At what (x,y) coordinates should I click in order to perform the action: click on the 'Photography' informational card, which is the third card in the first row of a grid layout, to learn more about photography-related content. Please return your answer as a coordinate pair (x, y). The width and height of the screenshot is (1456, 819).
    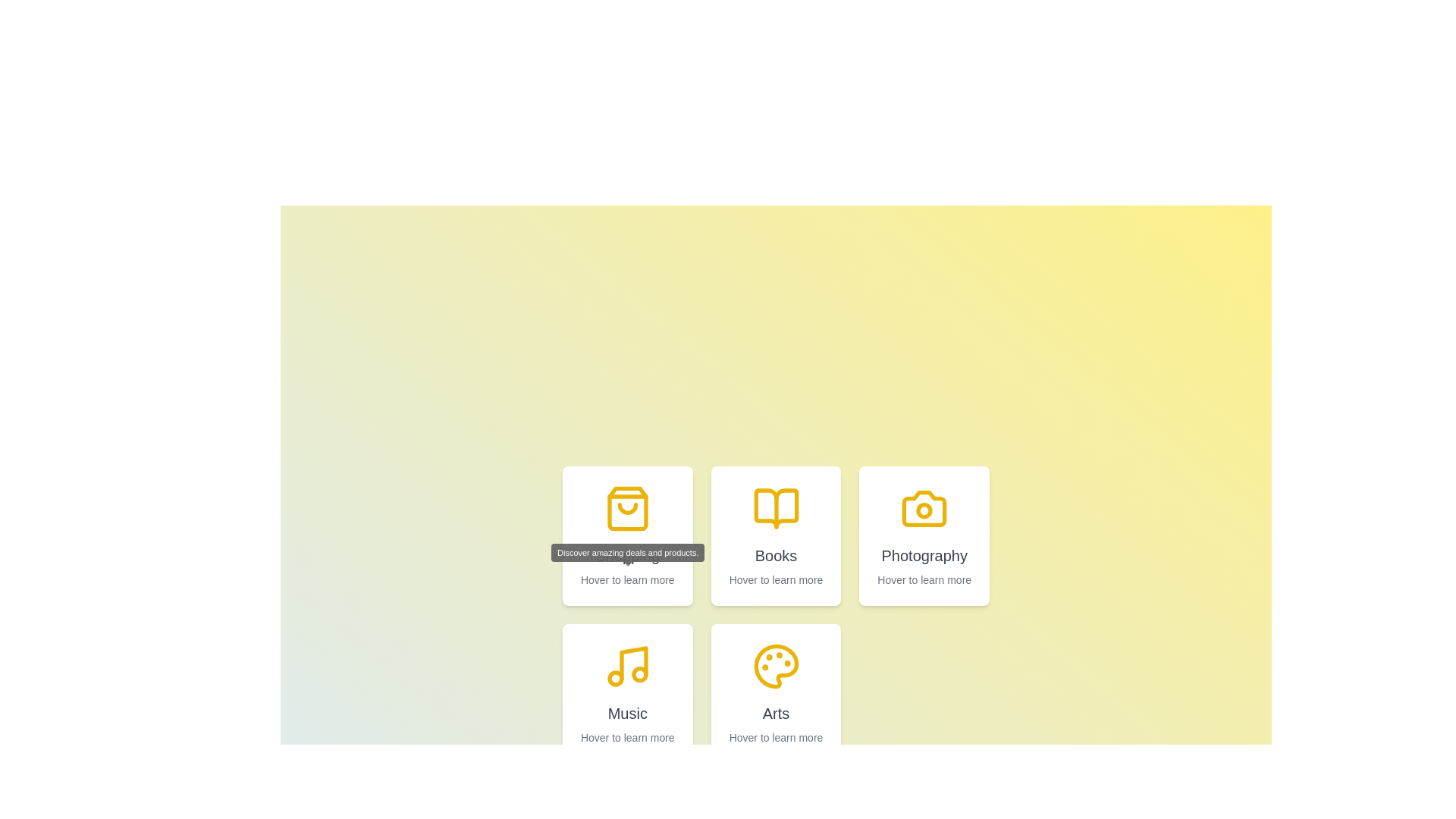
    Looking at the image, I should click on (924, 535).